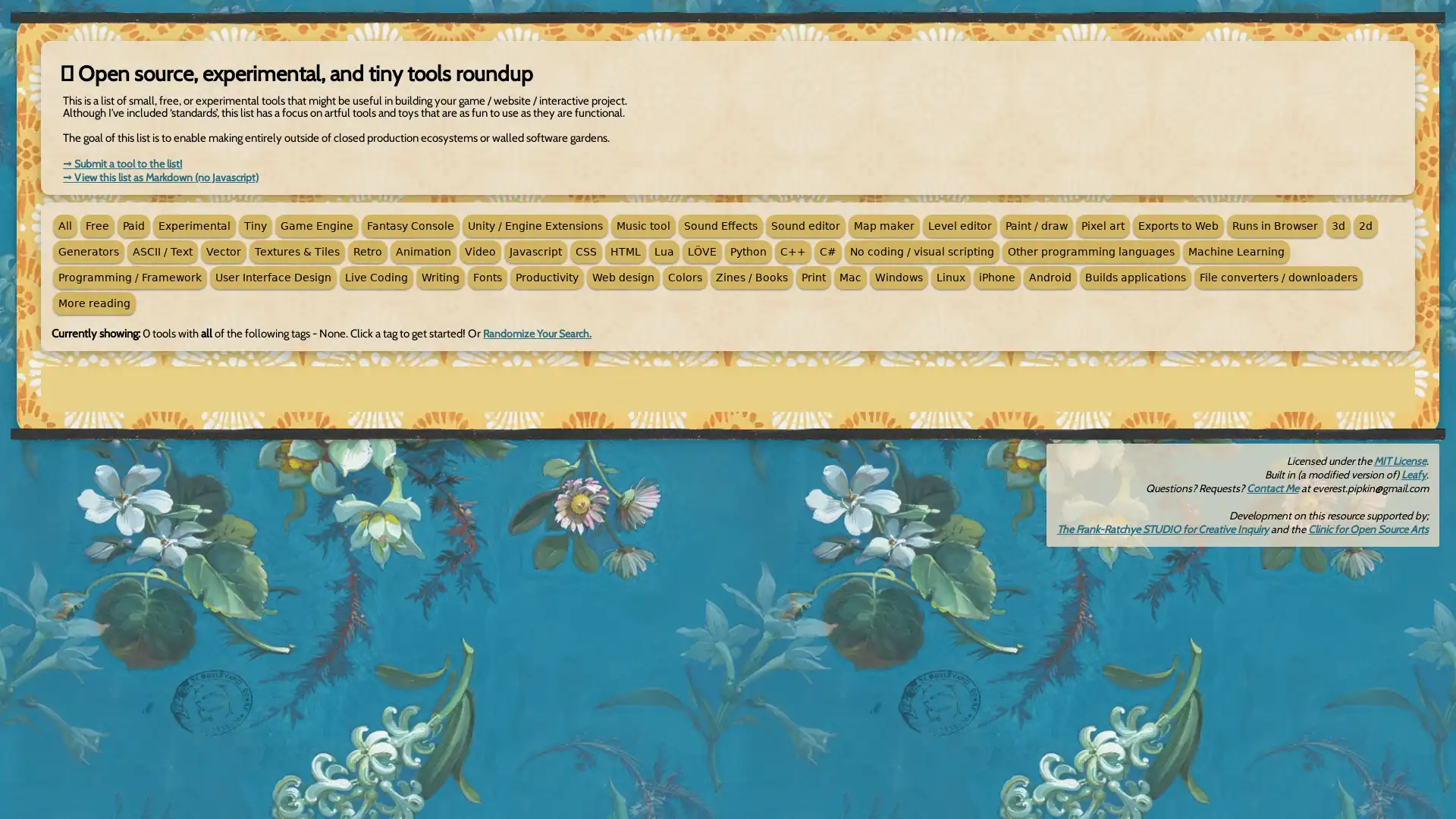  I want to click on Textures & Tiles, so click(297, 250).